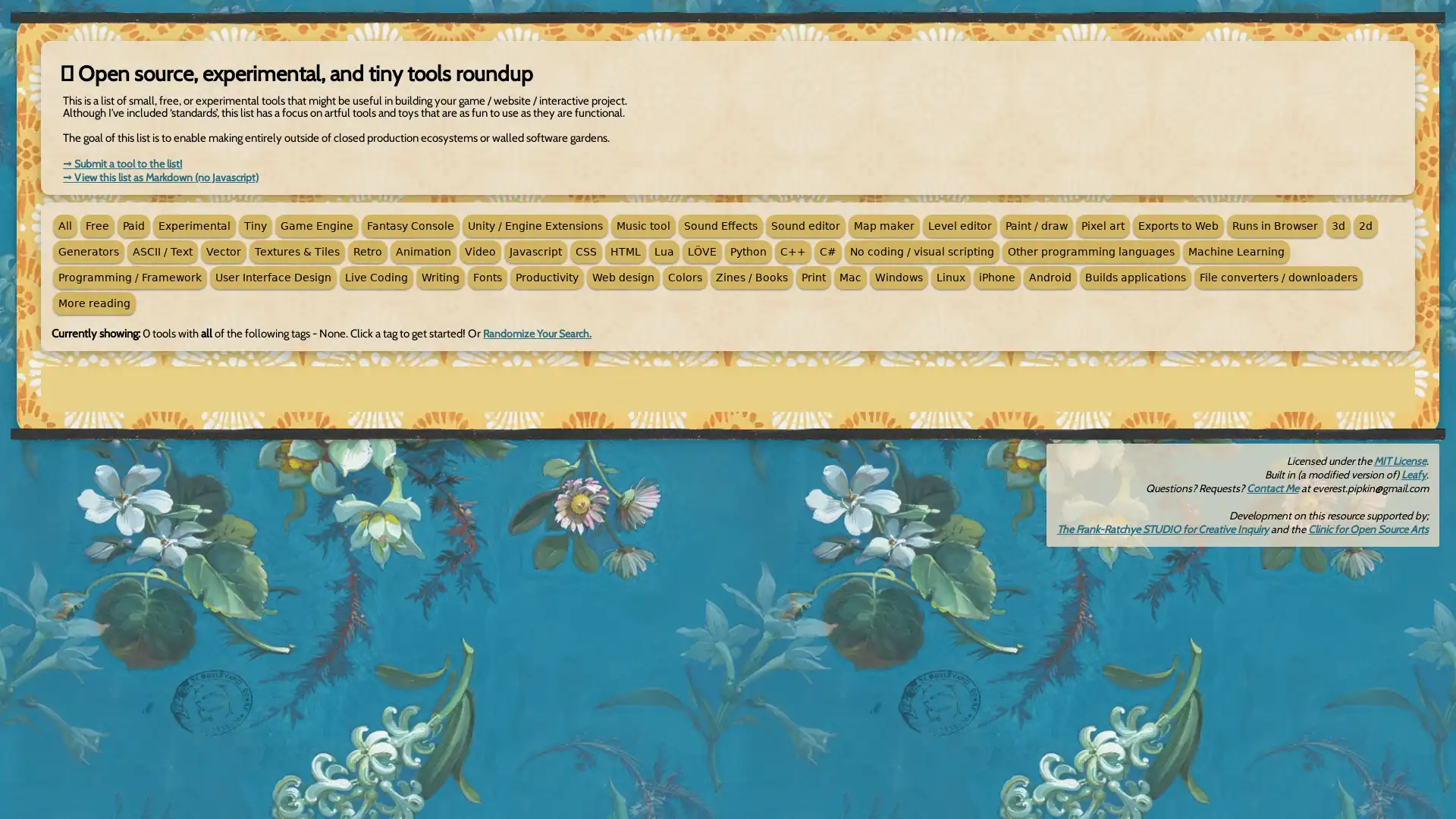  I want to click on Textures & Tiles, so click(297, 250).